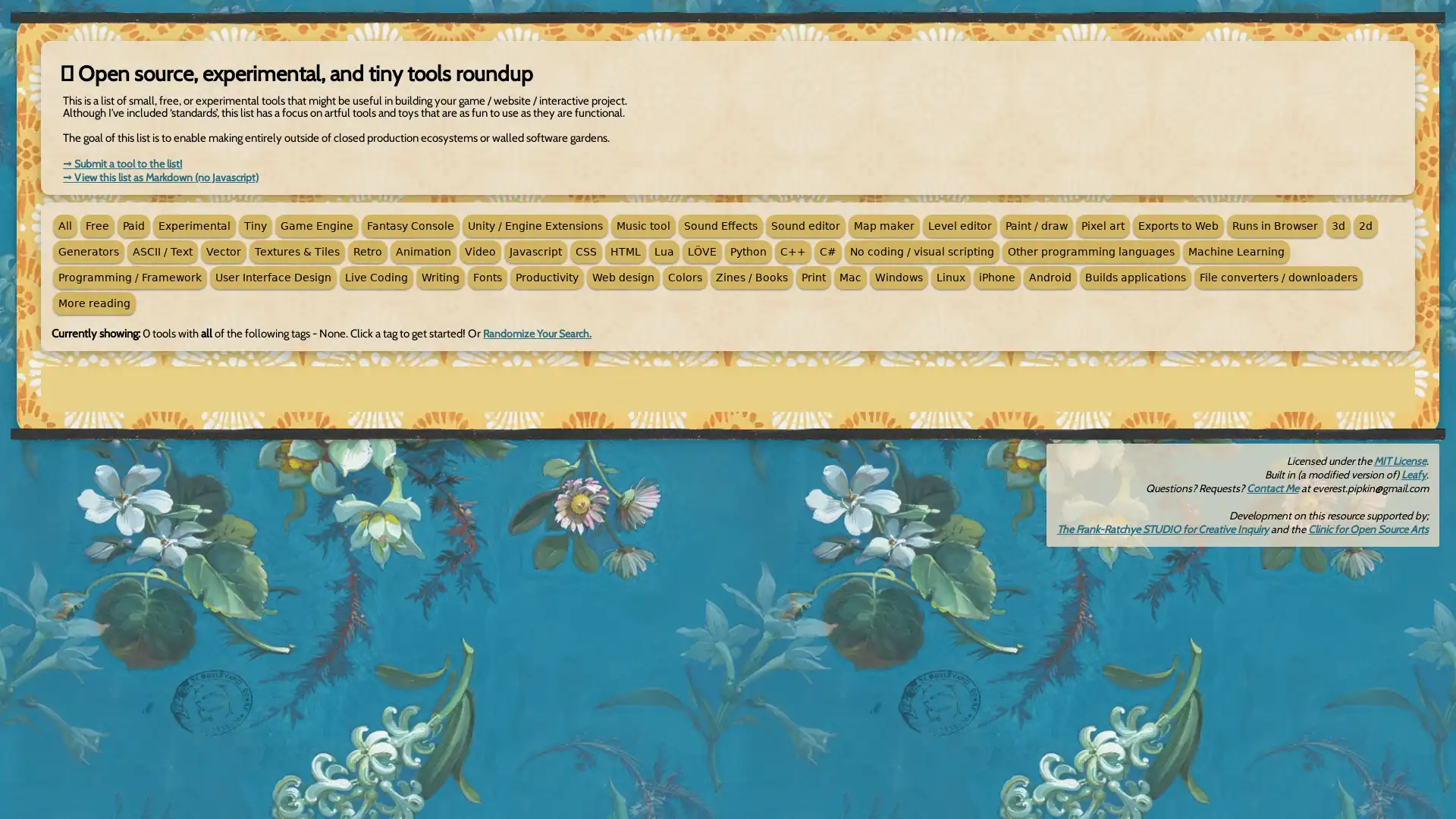  I want to click on Textures & Tiles, so click(297, 250).